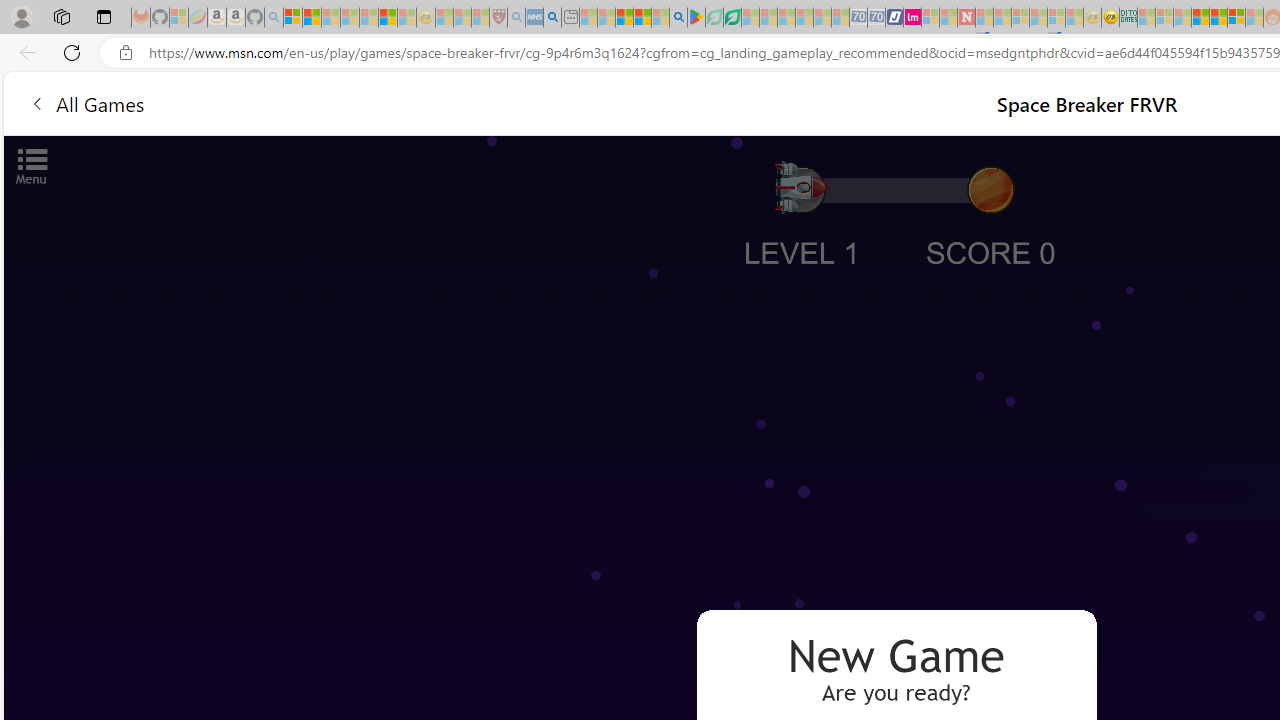 The height and width of the screenshot is (720, 1280). I want to click on 'Bluey: Let', so click(696, 17).